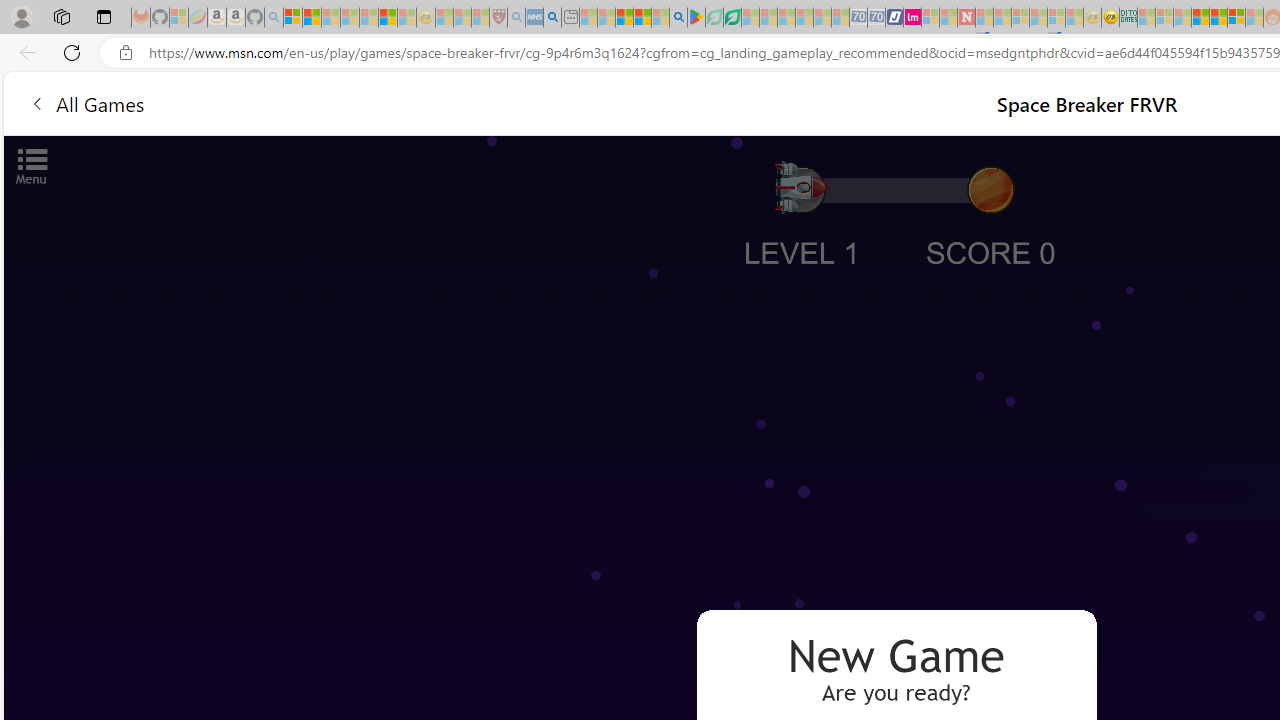 The height and width of the screenshot is (720, 1280). I want to click on 'Bluey: Let', so click(696, 17).